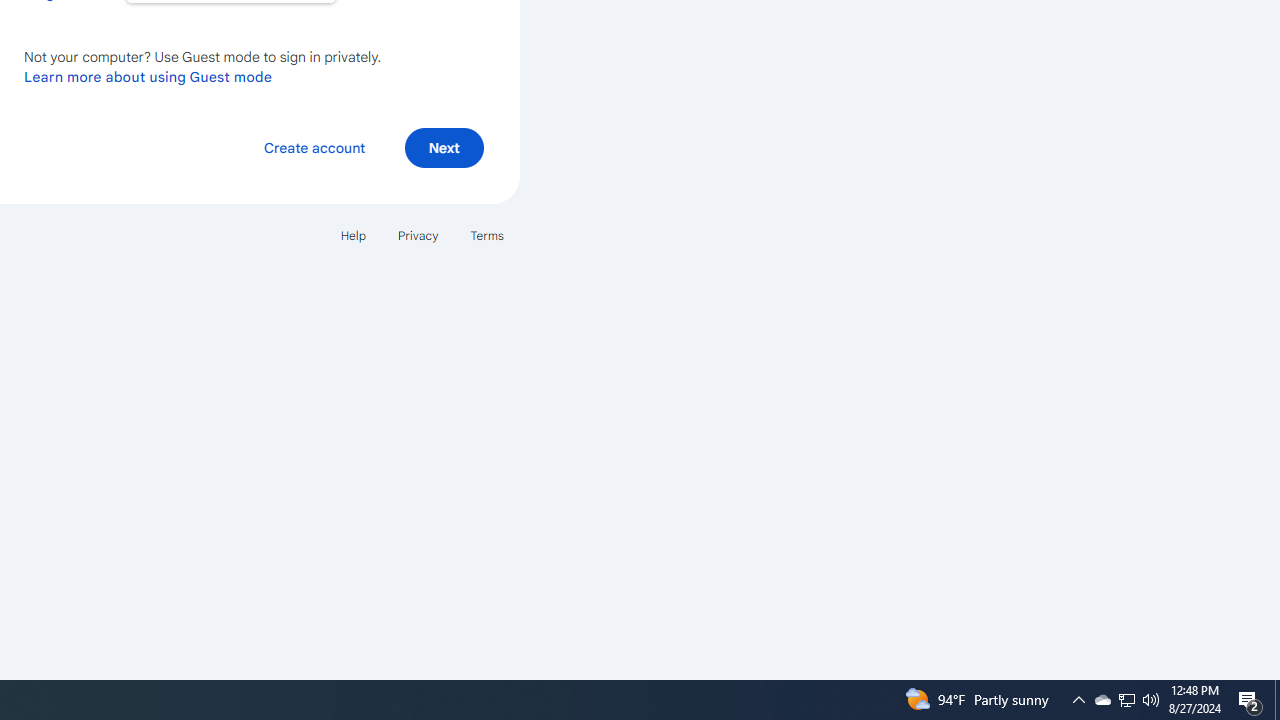 This screenshot has height=720, width=1280. What do you see at coordinates (352, 234) in the screenshot?
I see `'Help'` at bounding box center [352, 234].